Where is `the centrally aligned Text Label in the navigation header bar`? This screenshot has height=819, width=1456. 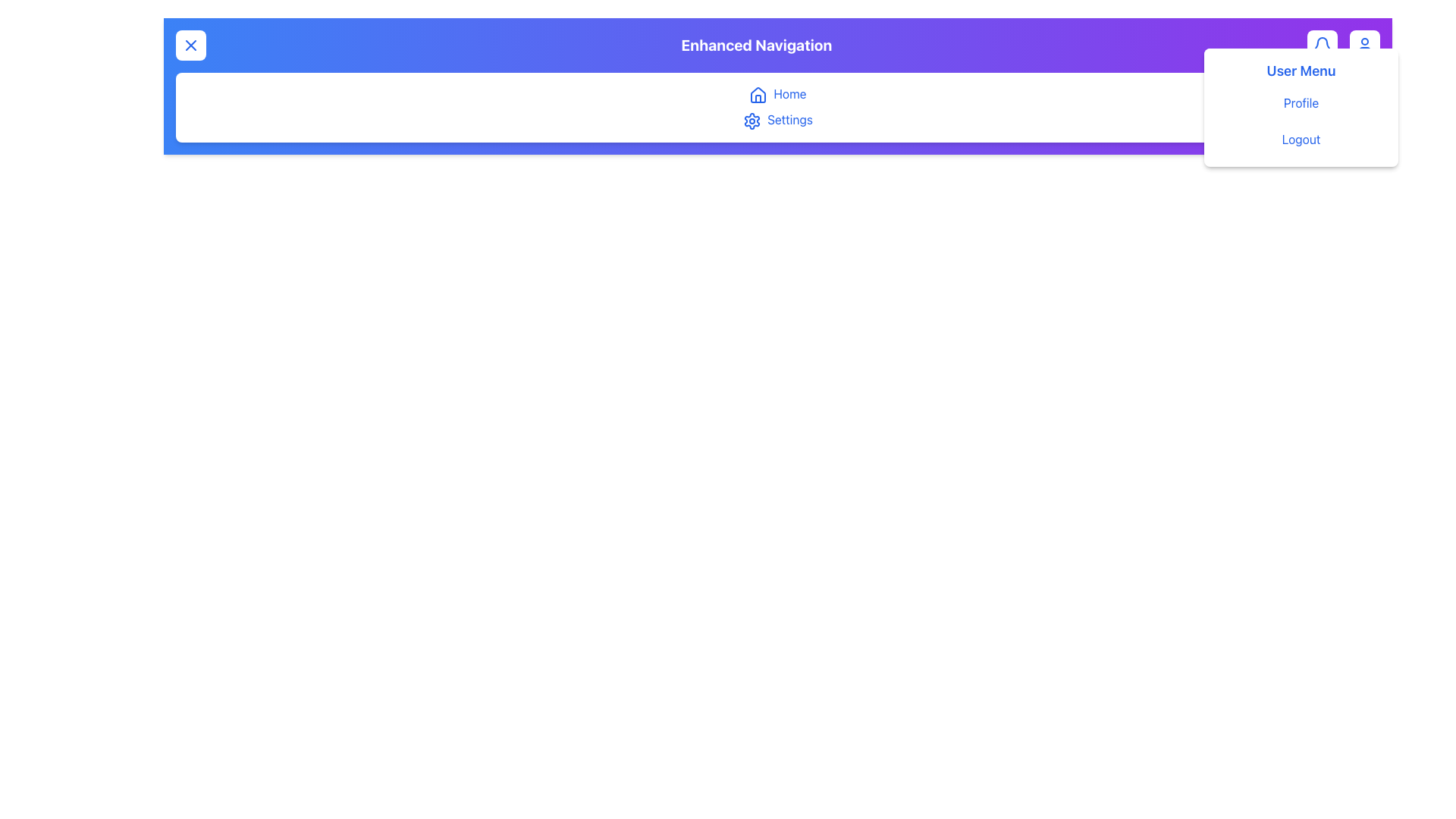
the centrally aligned Text Label in the navigation header bar is located at coordinates (757, 45).